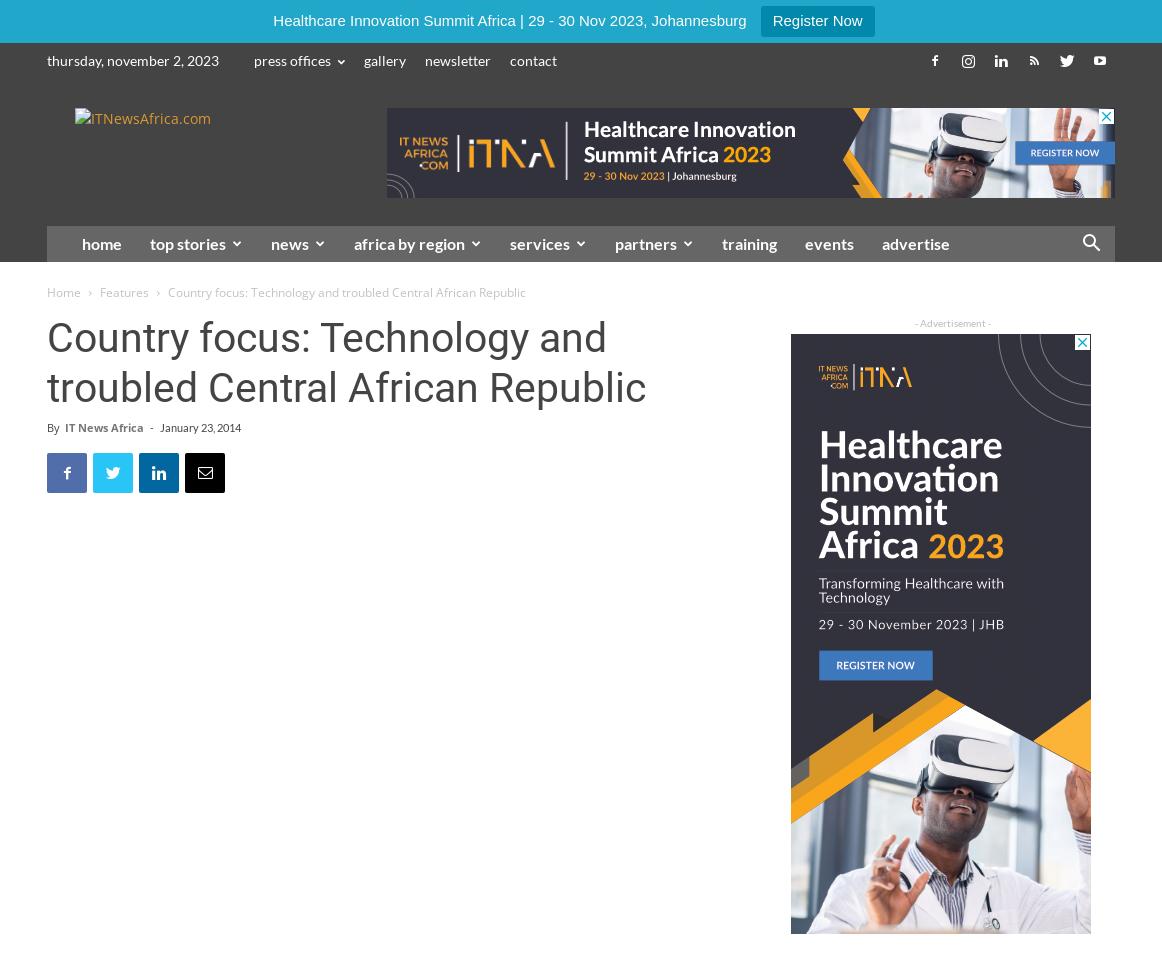  Describe the element at coordinates (149, 427) in the screenshot. I see `'-'` at that location.